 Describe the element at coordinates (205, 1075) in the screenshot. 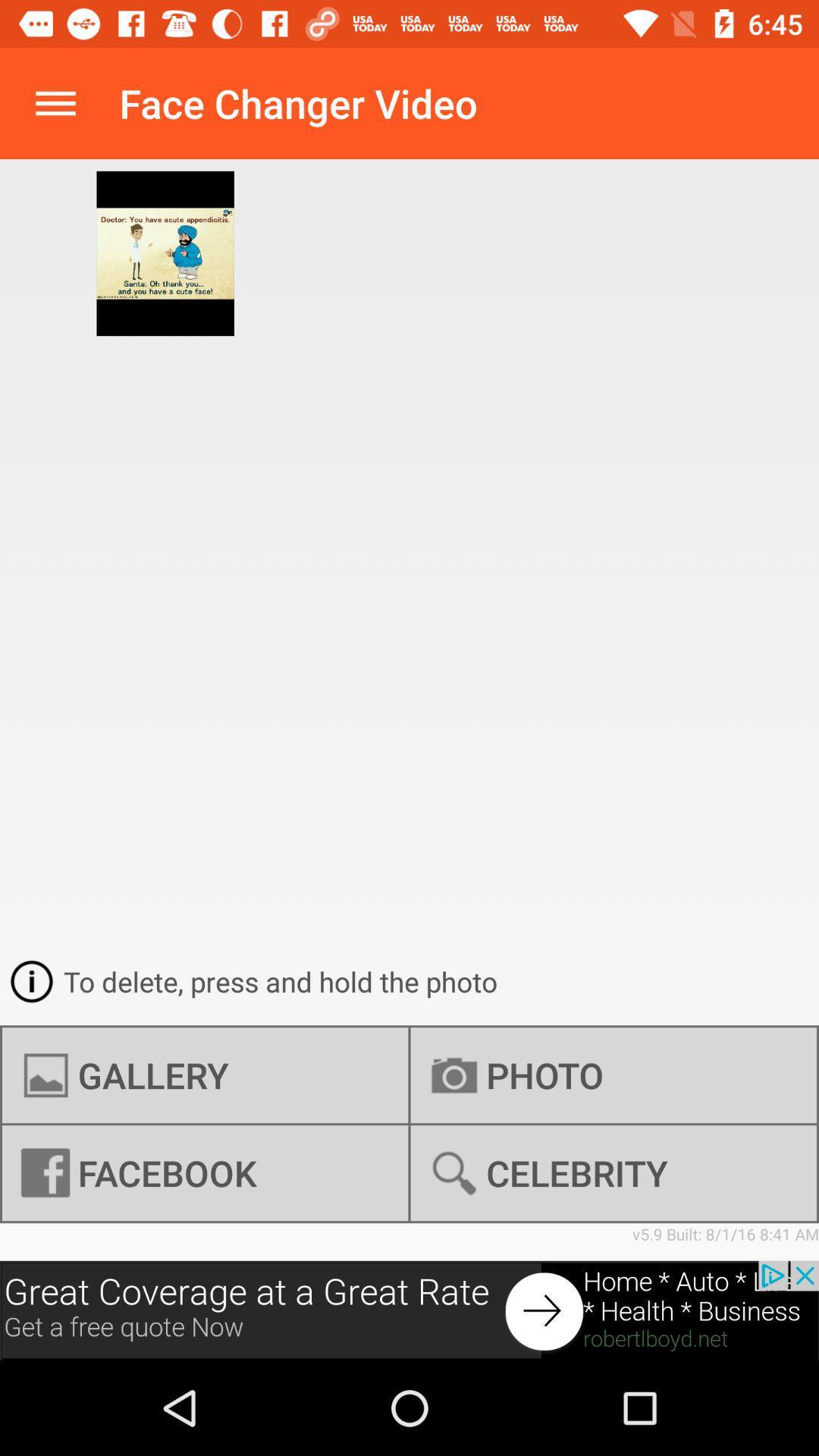

I see `the gallery icon` at that location.